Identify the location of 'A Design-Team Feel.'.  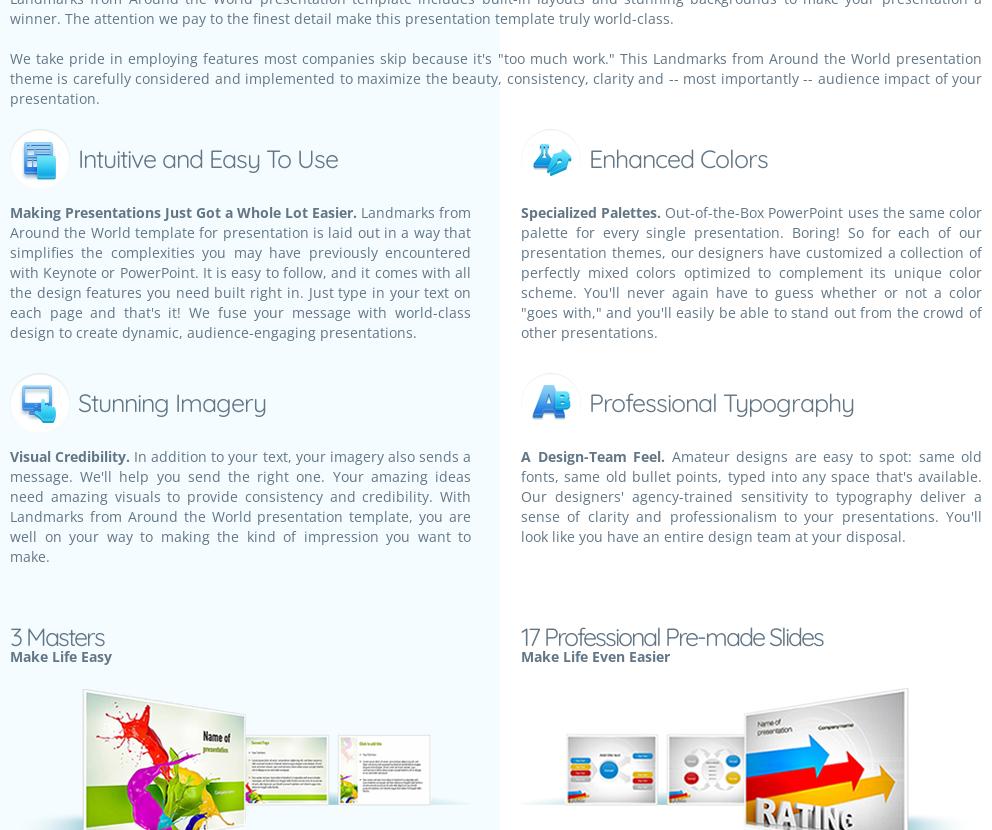
(592, 456).